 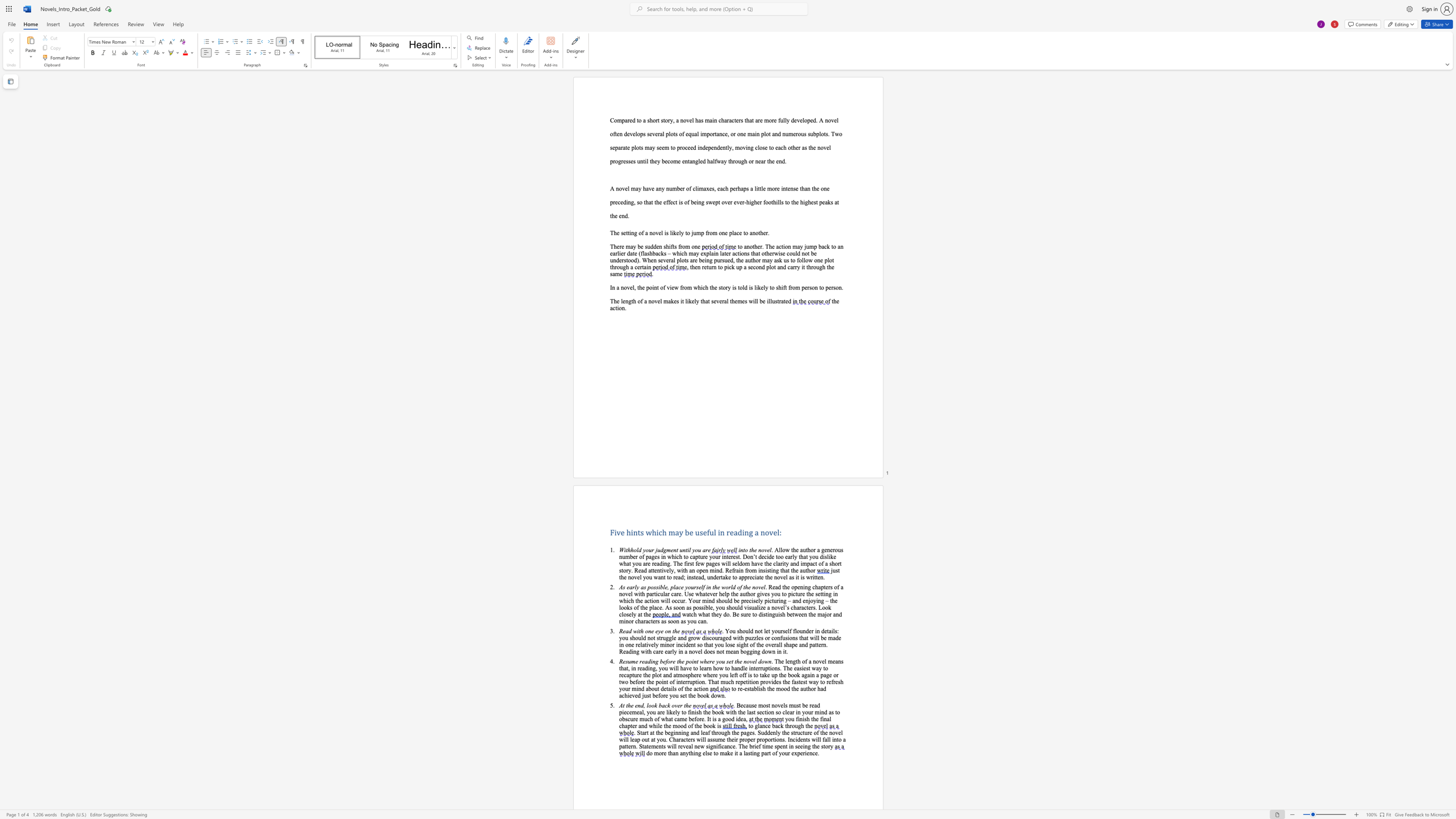 I want to click on the subset text "e reading befo" within the text "Resume reading before the point where you set the novel down", so click(x=635, y=661).